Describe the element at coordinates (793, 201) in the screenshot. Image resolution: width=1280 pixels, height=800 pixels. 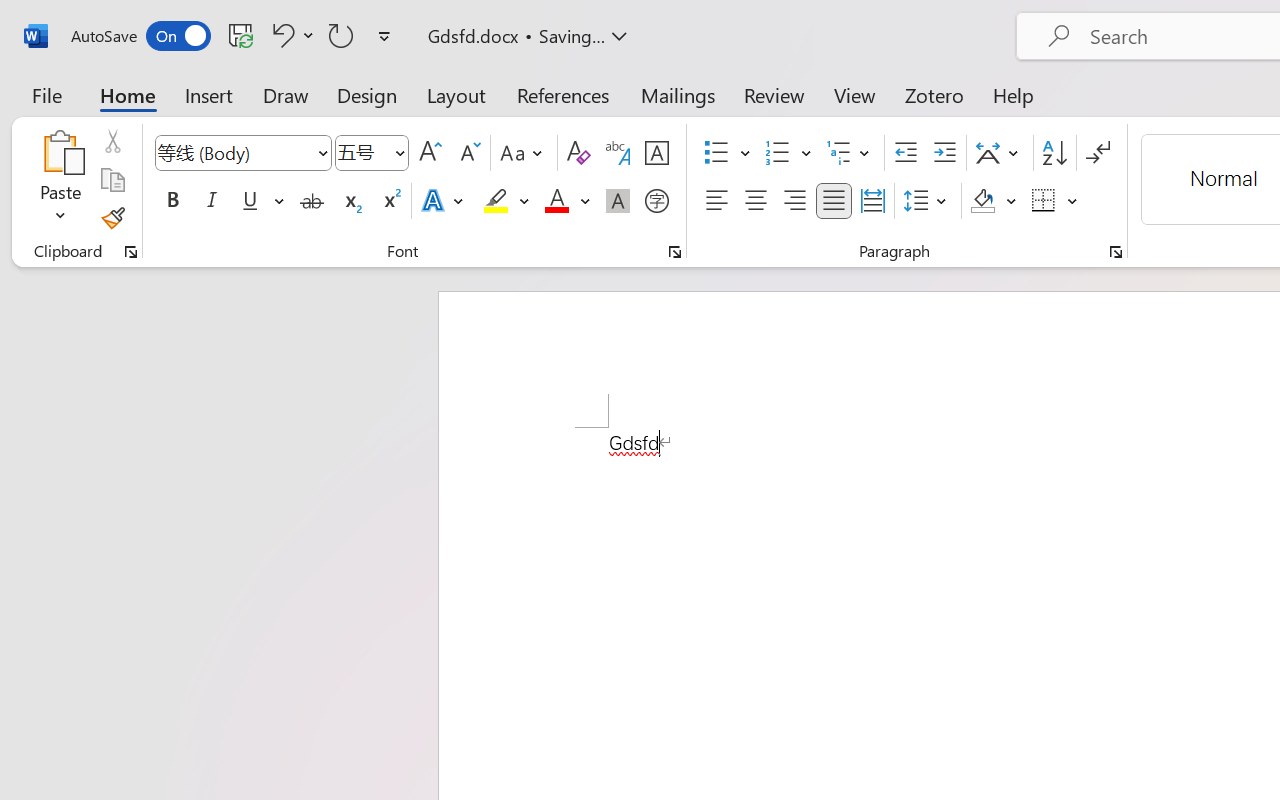
I see `'Align Right'` at that location.